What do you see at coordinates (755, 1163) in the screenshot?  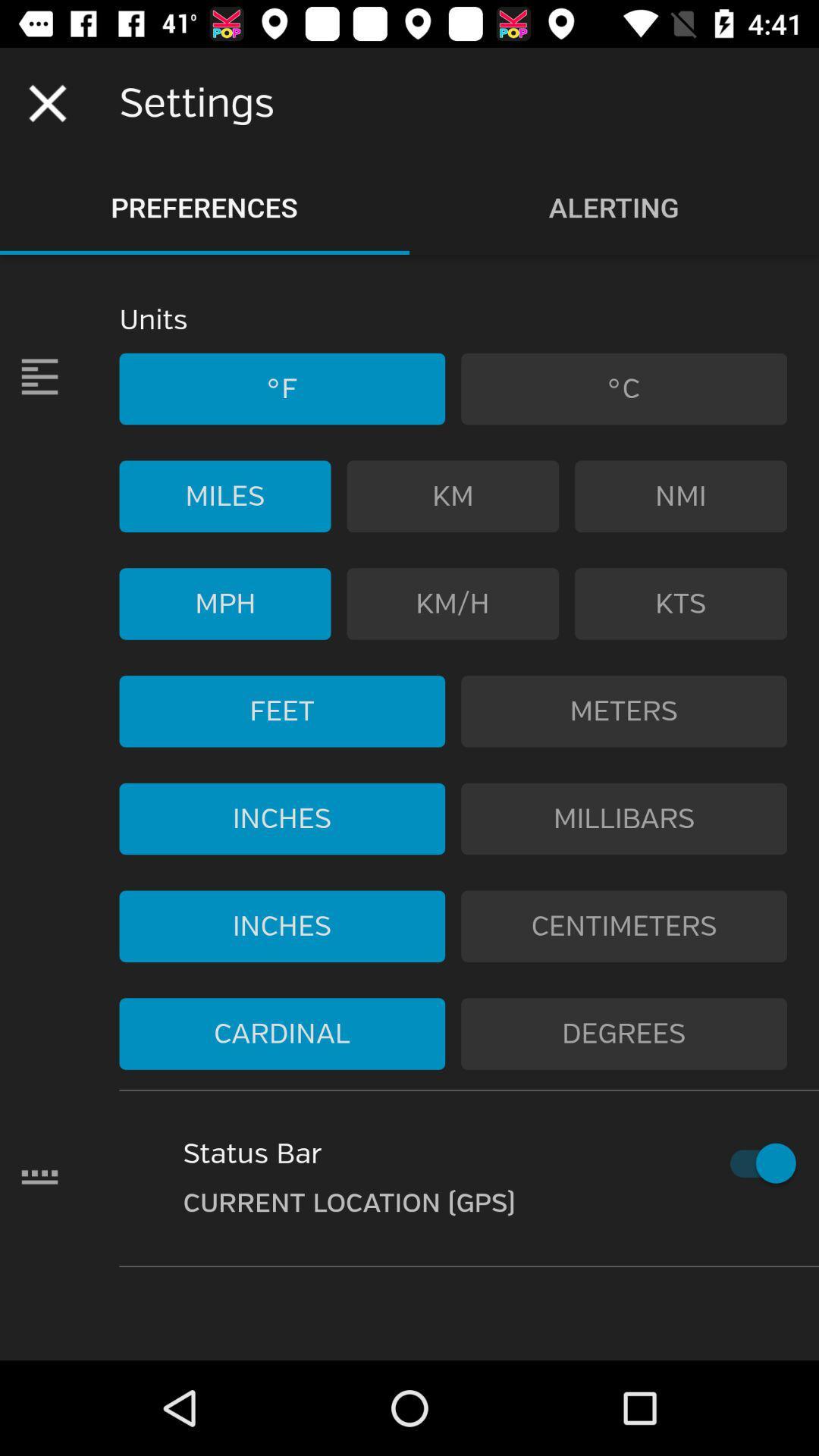 I see `turn off` at bounding box center [755, 1163].